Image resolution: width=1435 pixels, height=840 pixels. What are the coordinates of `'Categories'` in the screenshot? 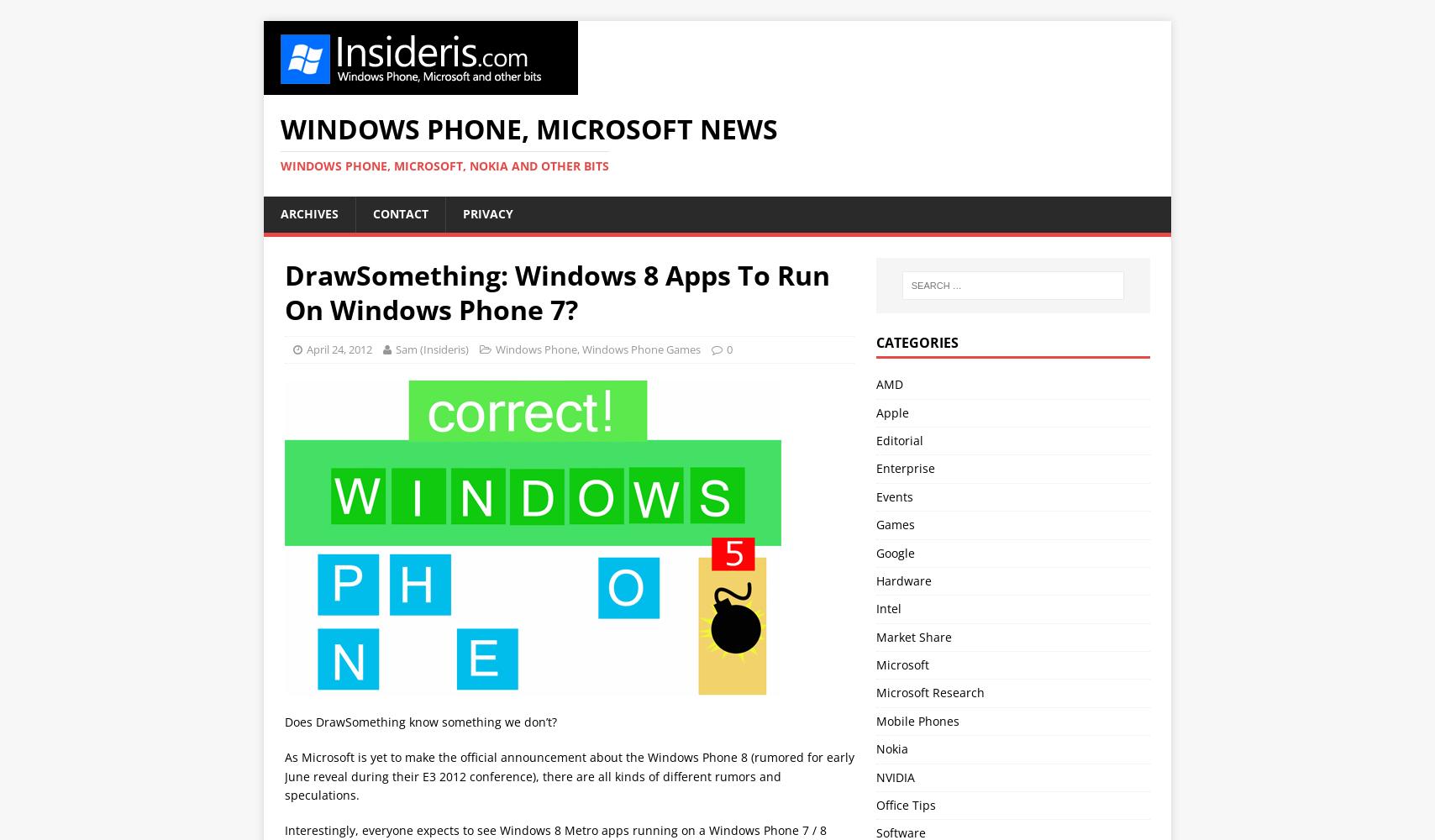 It's located at (917, 343).